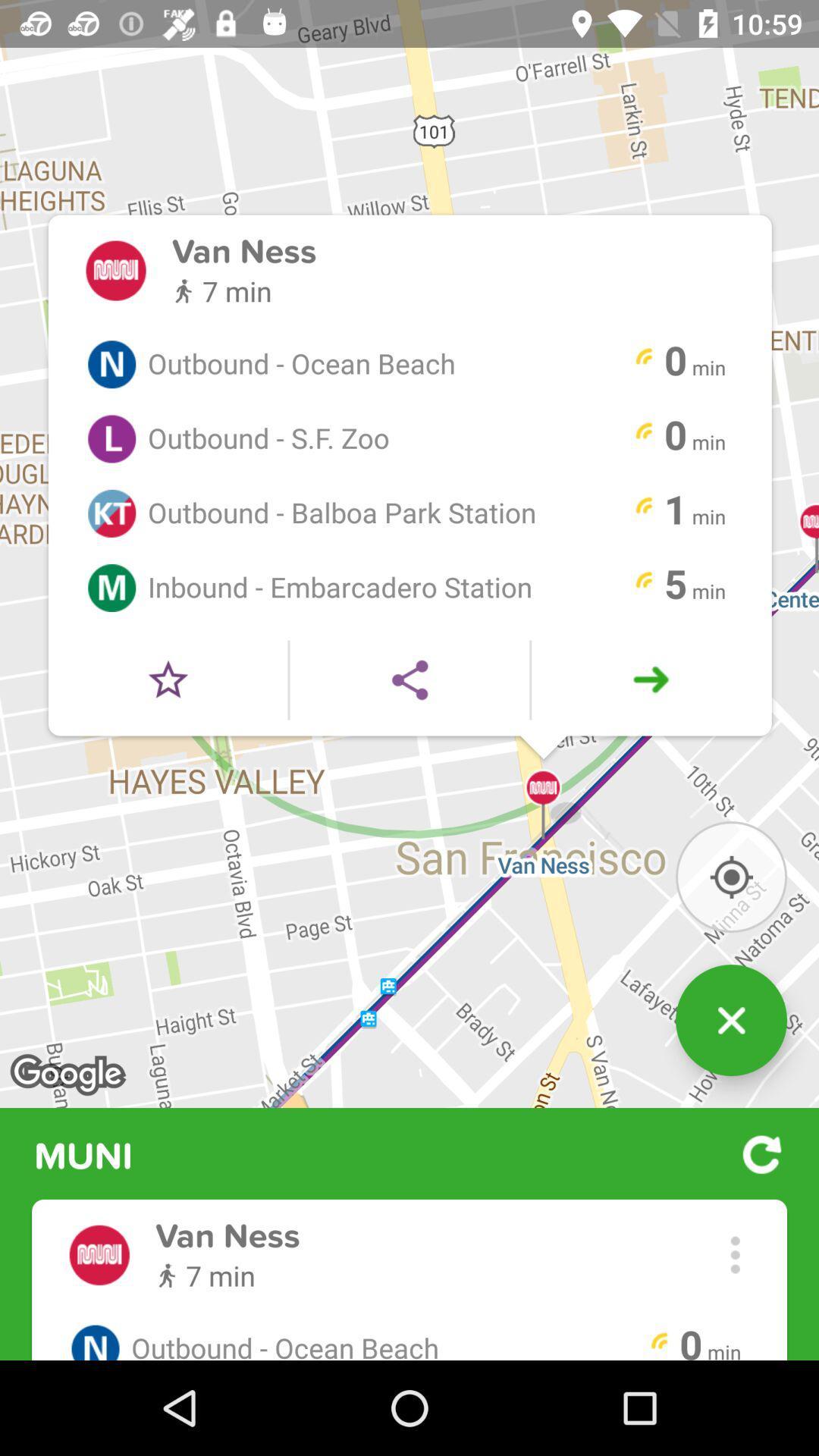 This screenshot has height=1456, width=819. Describe the element at coordinates (762, 1154) in the screenshot. I see `the button which is next to the muni` at that location.